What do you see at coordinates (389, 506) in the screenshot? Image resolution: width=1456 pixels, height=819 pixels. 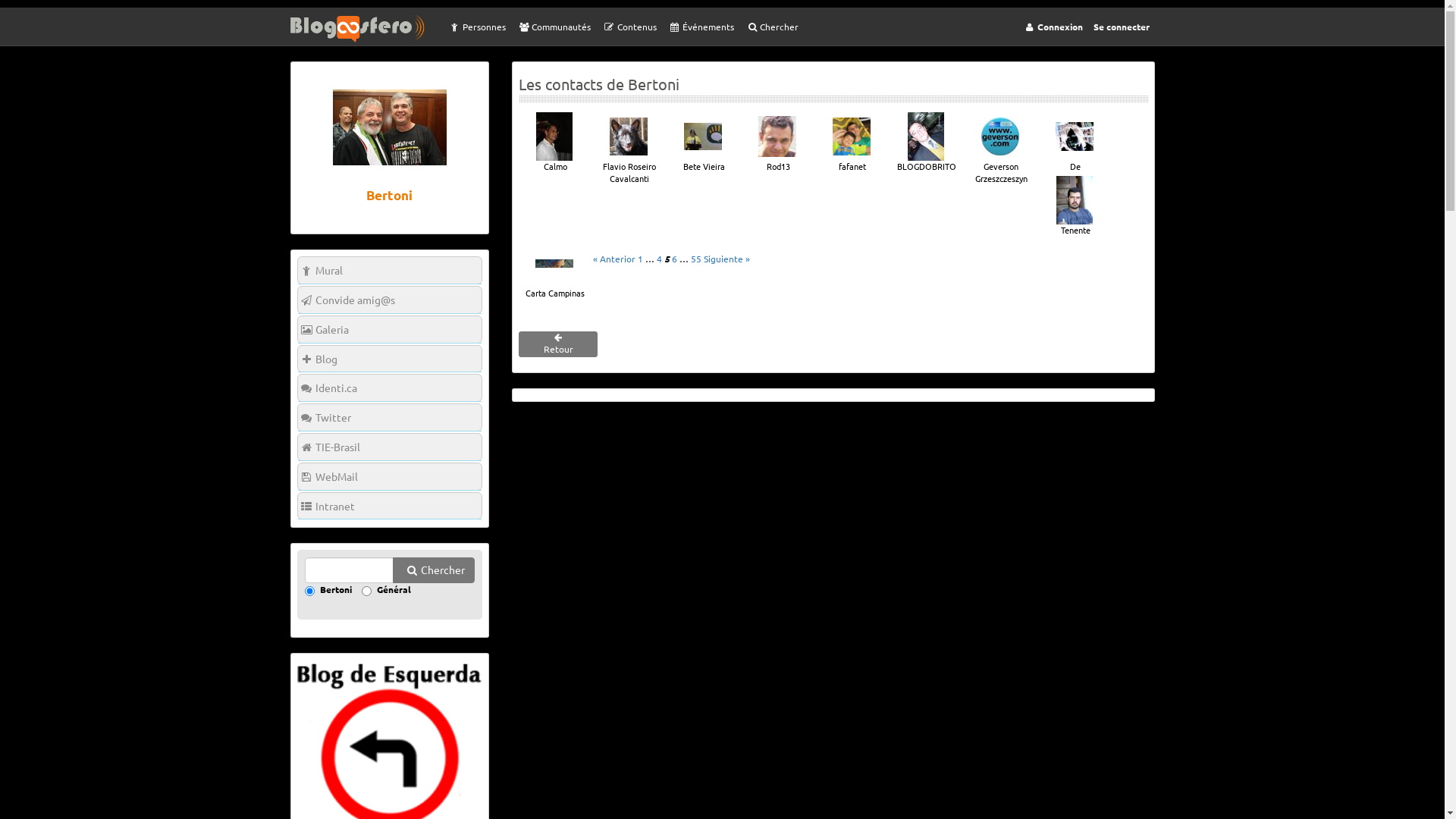 I see `'Intranet'` at bounding box center [389, 506].